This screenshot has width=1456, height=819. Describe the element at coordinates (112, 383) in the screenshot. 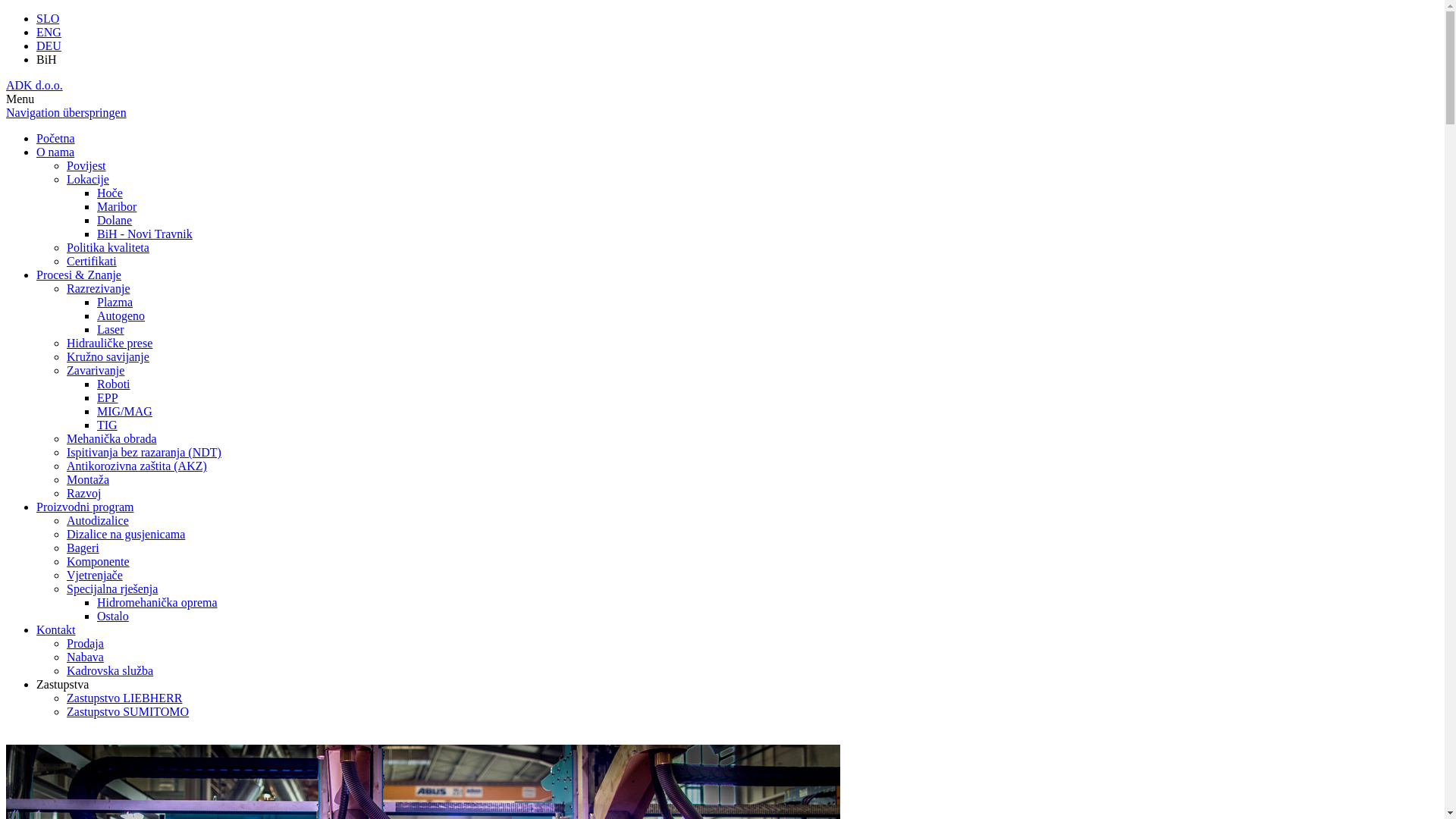

I see `'Roboti'` at that location.